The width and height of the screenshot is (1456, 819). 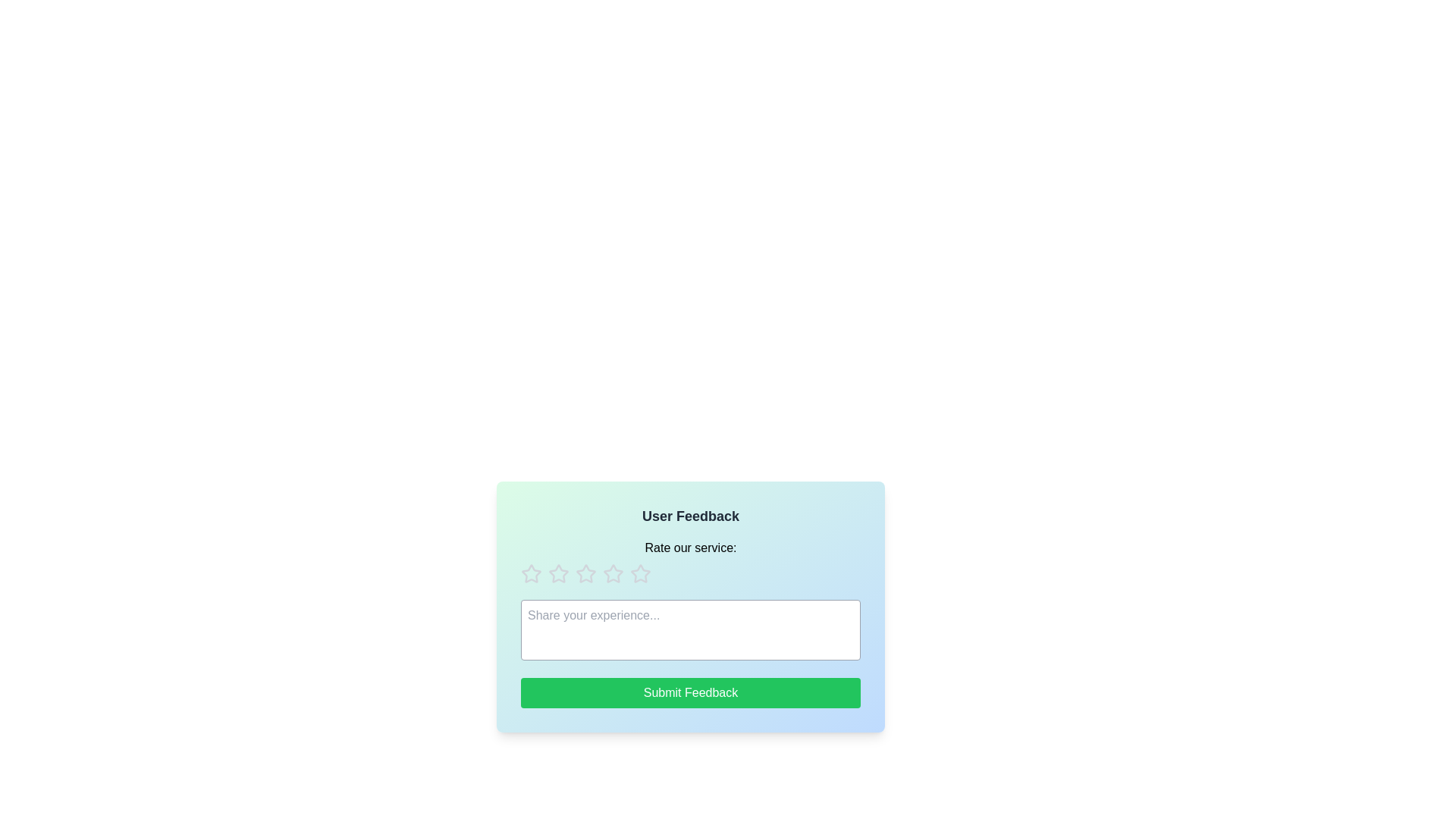 I want to click on the leftmost star button in the rating section, so click(x=531, y=573).